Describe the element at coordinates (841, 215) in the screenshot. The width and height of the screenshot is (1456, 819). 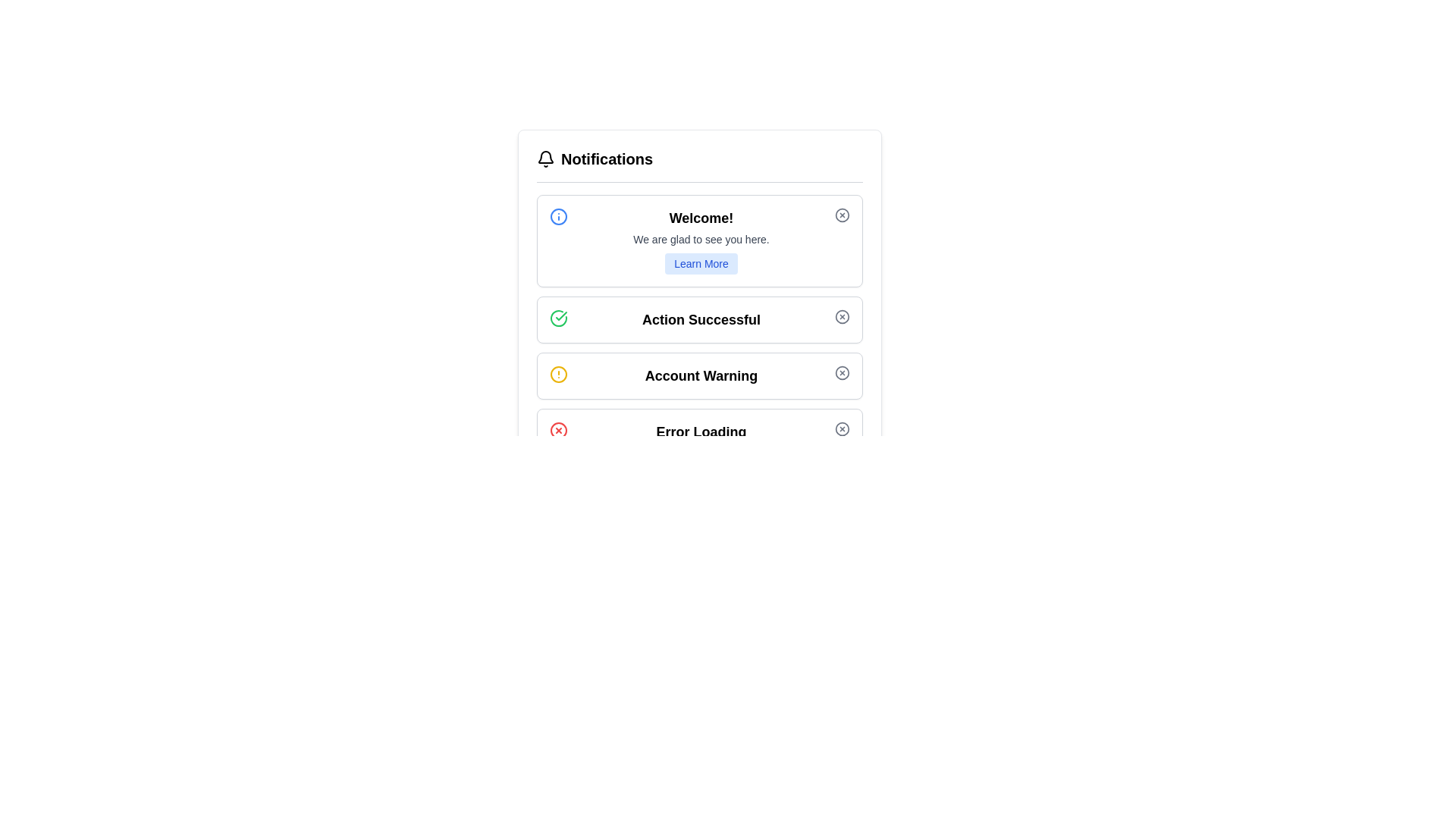
I see `the circular SVG element located in the top-right corner of the 'Welcome!' notification card, which serves as a dismiss or close action` at that location.